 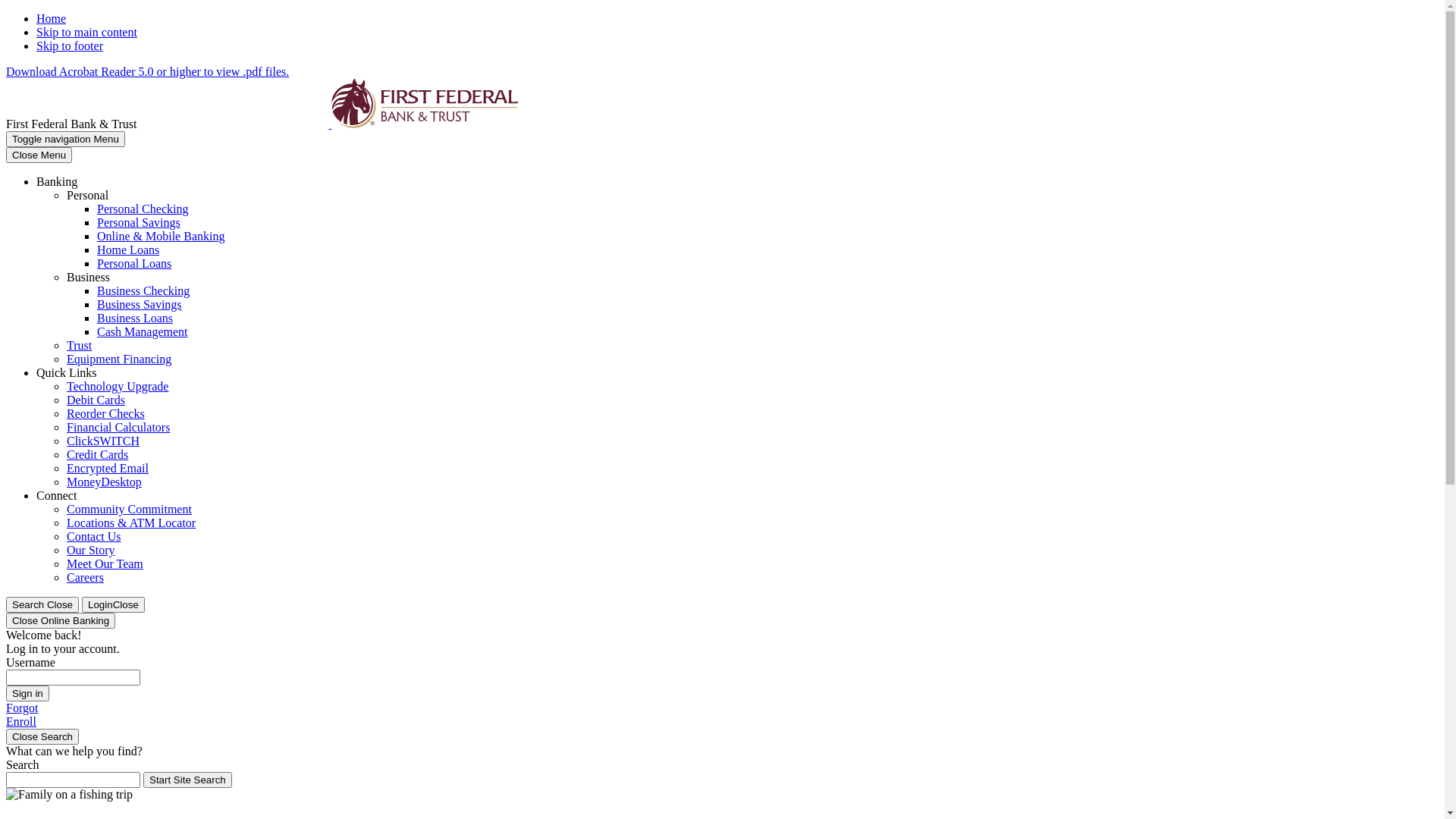 I want to click on 'Our Story', so click(x=90, y=550).